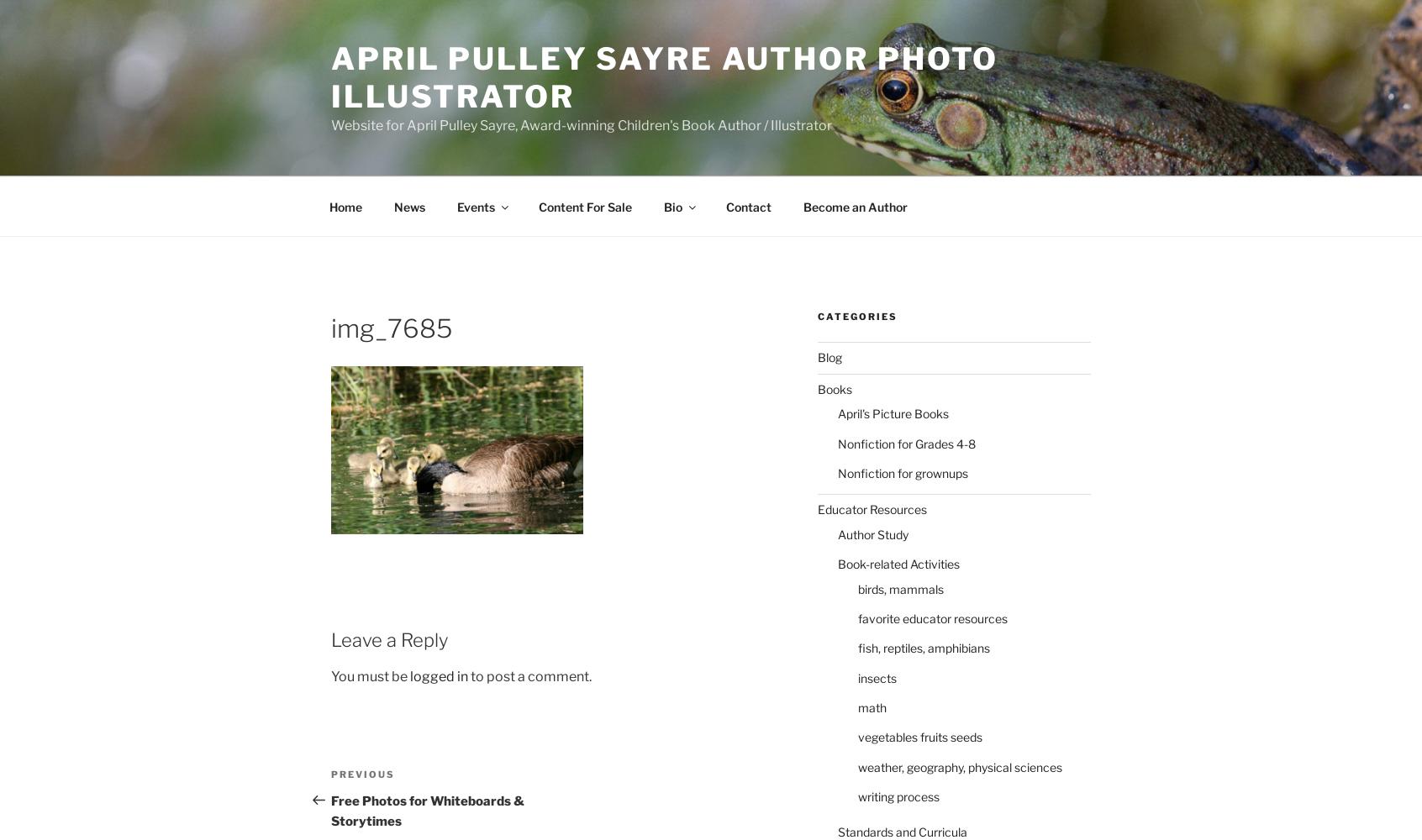  What do you see at coordinates (902, 830) in the screenshot?
I see `'Standards and Curricula'` at bounding box center [902, 830].